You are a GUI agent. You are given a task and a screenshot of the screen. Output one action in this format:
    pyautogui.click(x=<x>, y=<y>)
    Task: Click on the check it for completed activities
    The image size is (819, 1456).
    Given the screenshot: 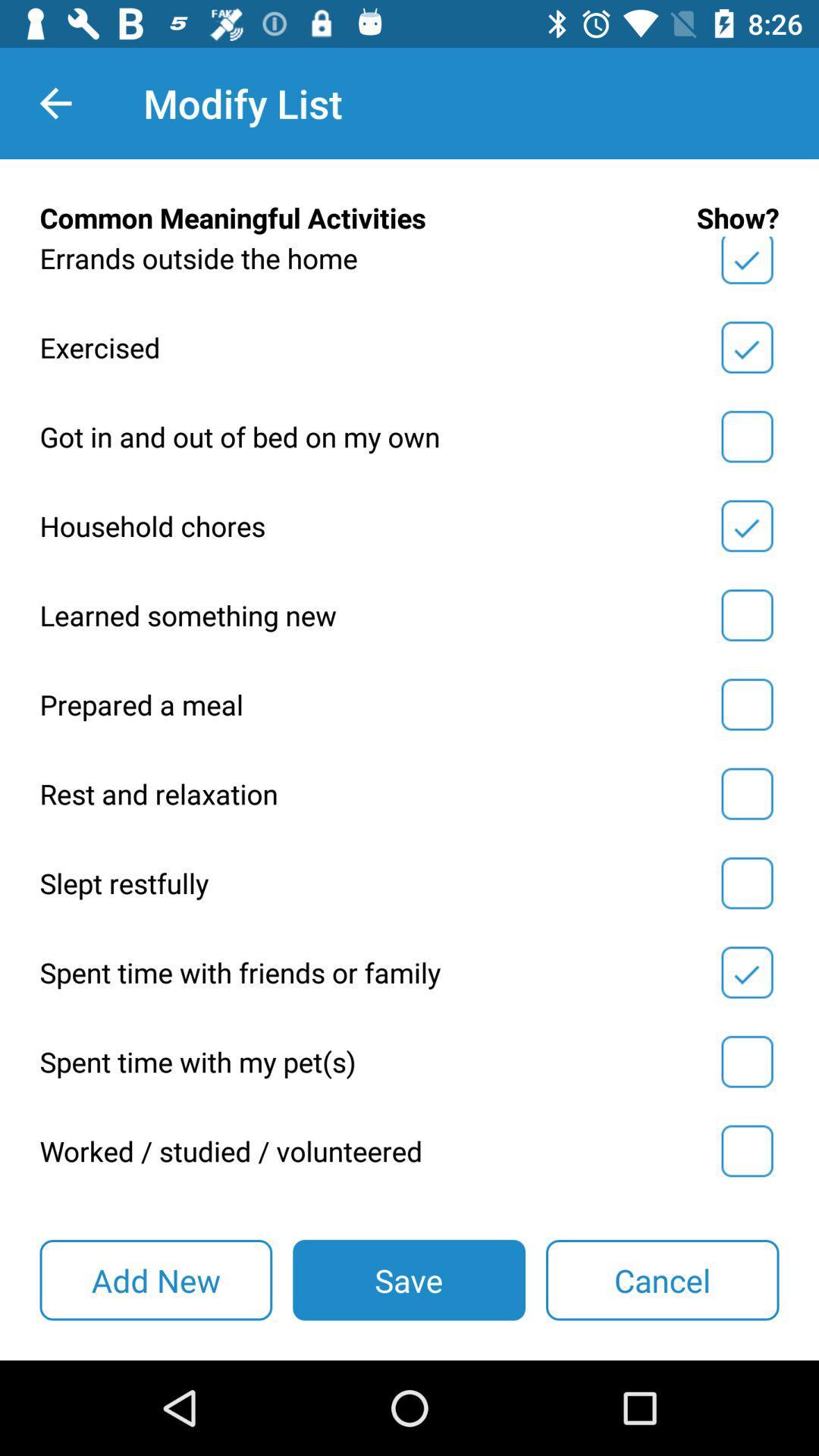 What is the action you would take?
    pyautogui.click(x=746, y=883)
    